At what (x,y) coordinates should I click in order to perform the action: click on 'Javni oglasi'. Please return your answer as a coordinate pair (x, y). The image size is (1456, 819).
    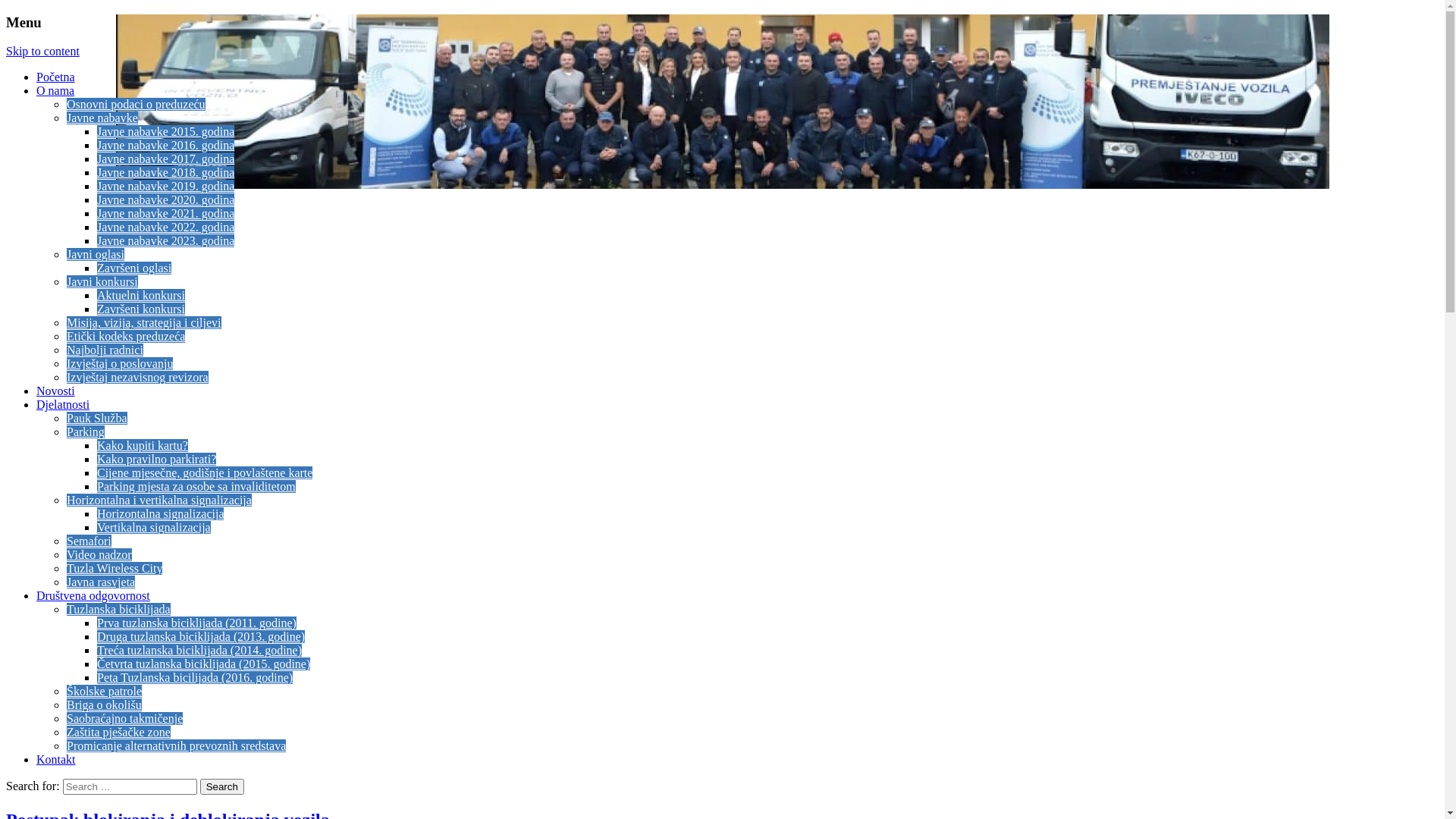
    Looking at the image, I should click on (94, 253).